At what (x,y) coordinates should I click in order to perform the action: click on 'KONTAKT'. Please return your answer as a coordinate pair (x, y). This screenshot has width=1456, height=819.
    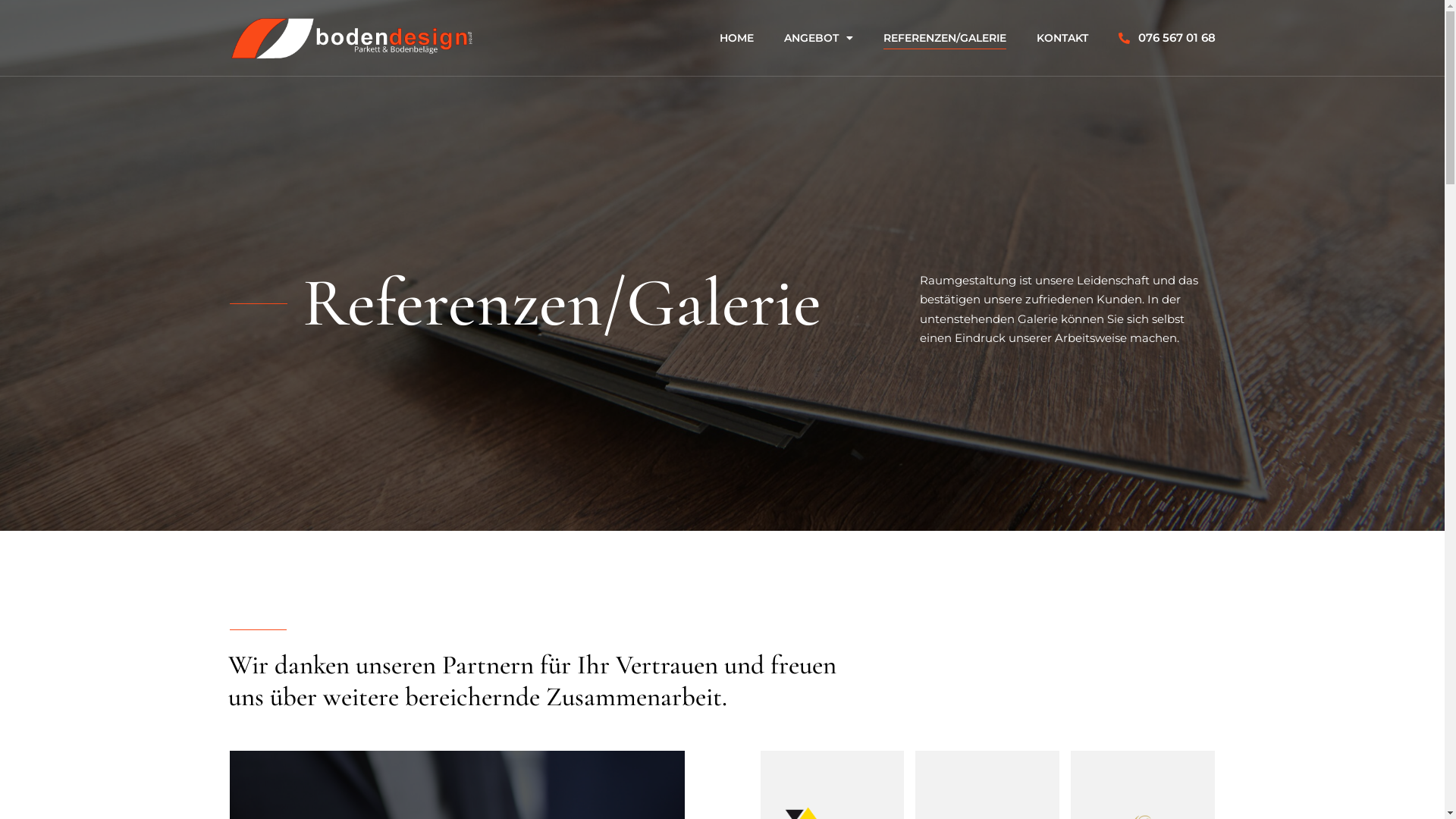
    Looking at the image, I should click on (1036, 37).